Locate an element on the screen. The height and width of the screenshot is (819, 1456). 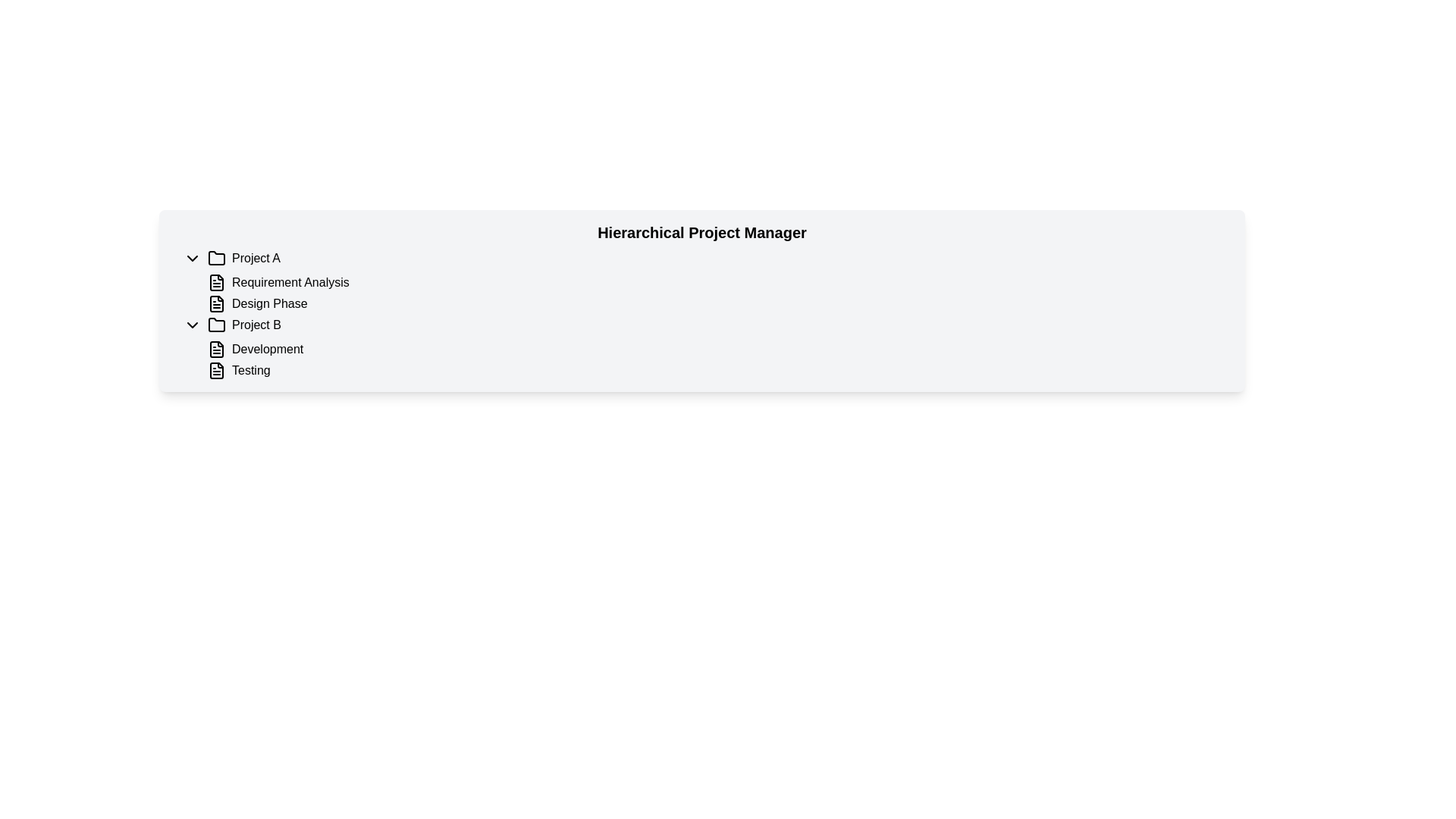
the Dropdown toggle icon located to the immediate left of the 'Project A' label is located at coordinates (192, 257).